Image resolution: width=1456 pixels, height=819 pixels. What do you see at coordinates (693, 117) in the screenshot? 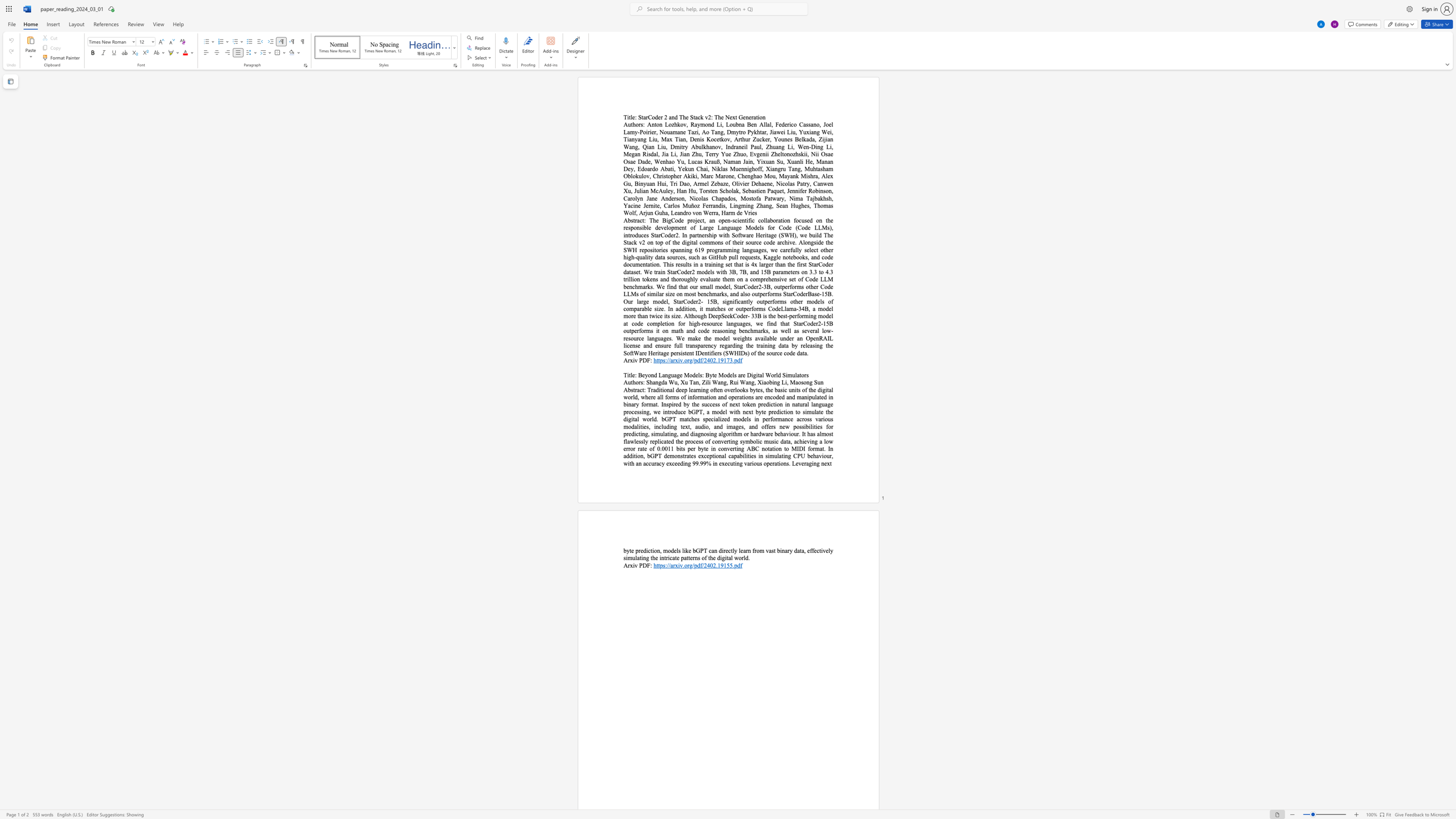
I see `the subset text "tack v2: The Next" within the text "StarCoder 2 and The Stack v2: The Next Generation"` at bounding box center [693, 117].